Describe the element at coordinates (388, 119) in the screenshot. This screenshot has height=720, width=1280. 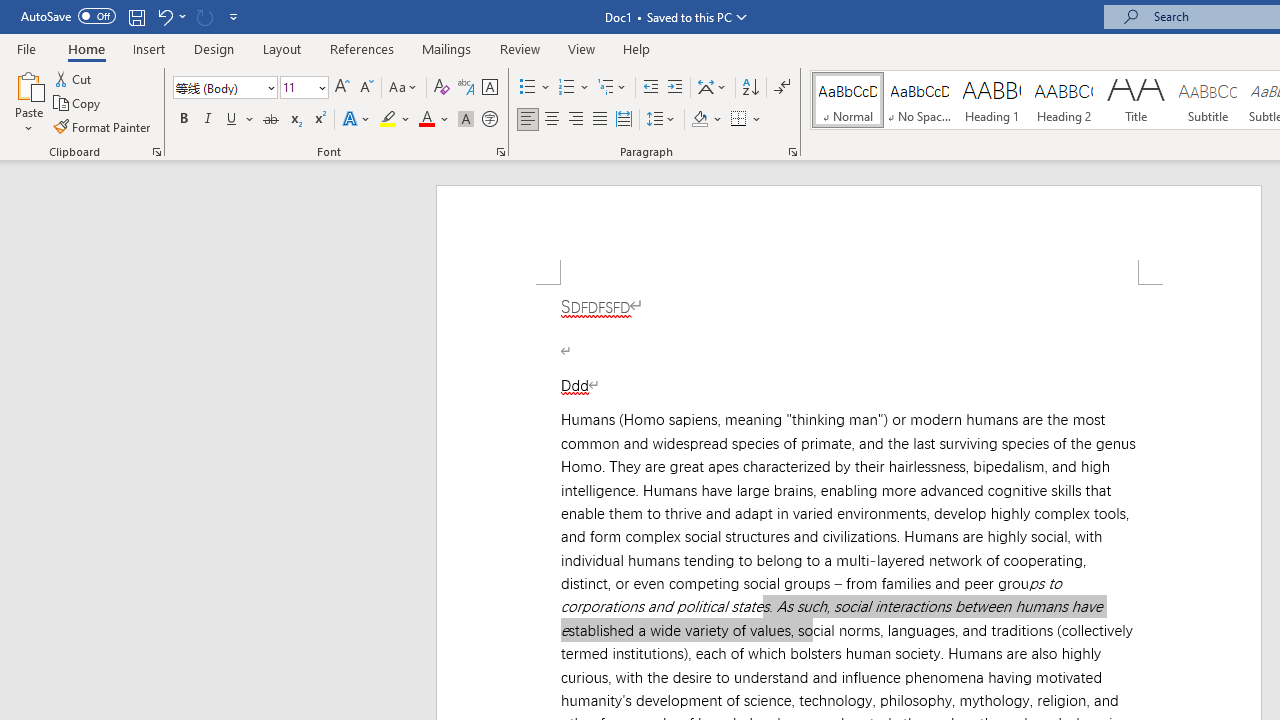
I see `'Text Highlight Color Yellow'` at that location.